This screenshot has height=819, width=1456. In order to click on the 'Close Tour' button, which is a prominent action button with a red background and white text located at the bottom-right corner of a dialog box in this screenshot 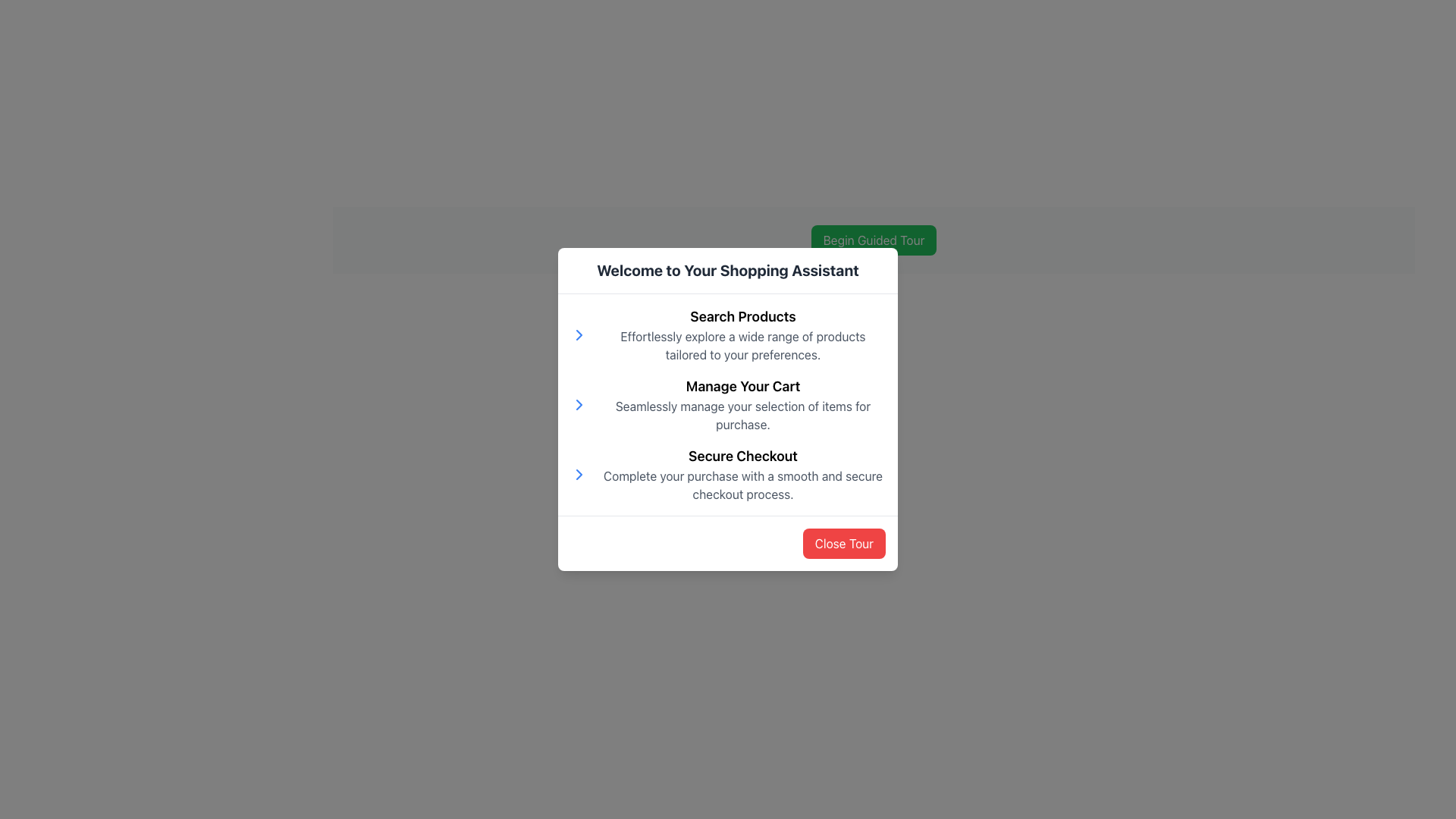, I will do `click(843, 543)`.